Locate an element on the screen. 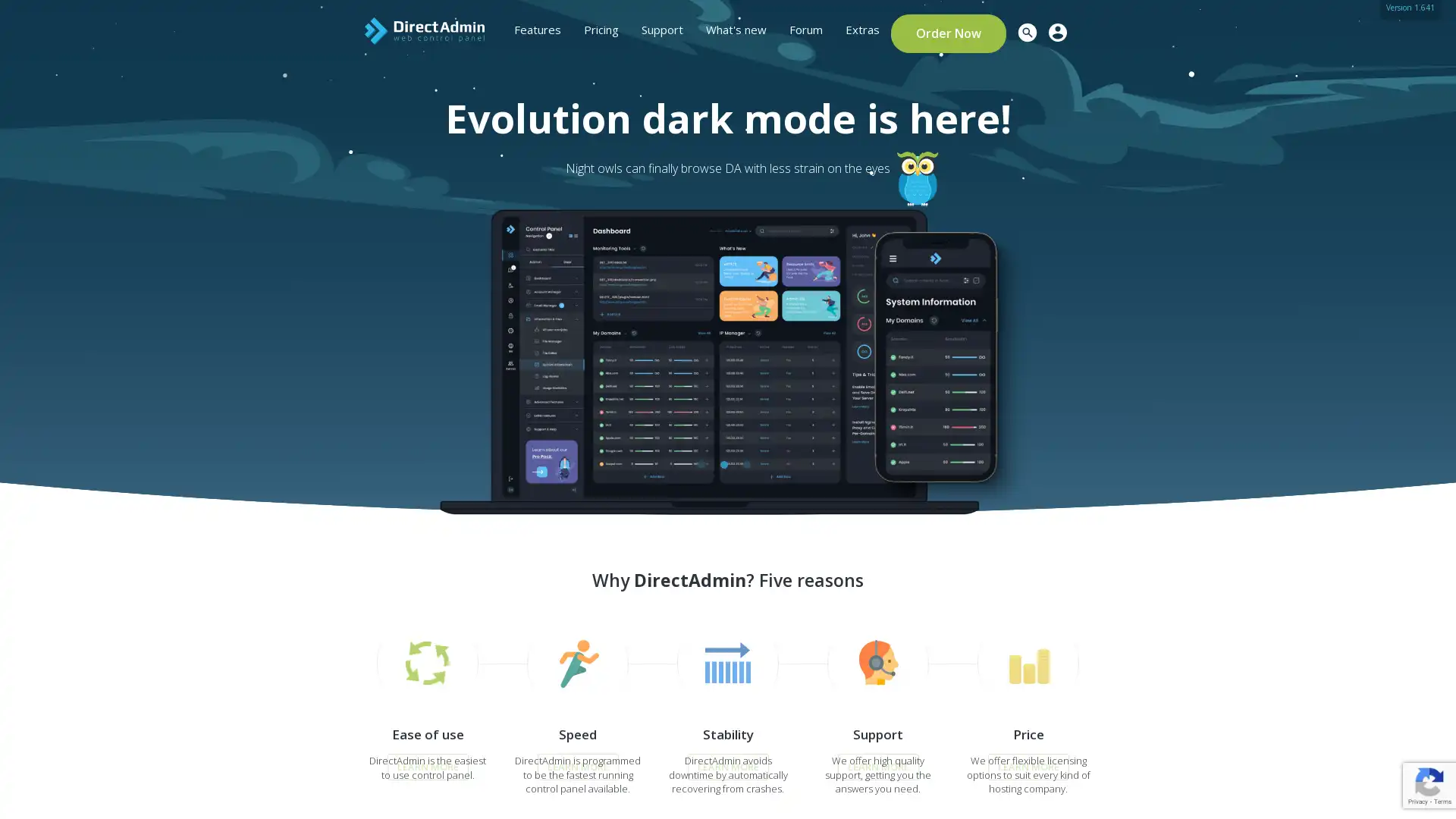  See more is located at coordinates (342, 336).